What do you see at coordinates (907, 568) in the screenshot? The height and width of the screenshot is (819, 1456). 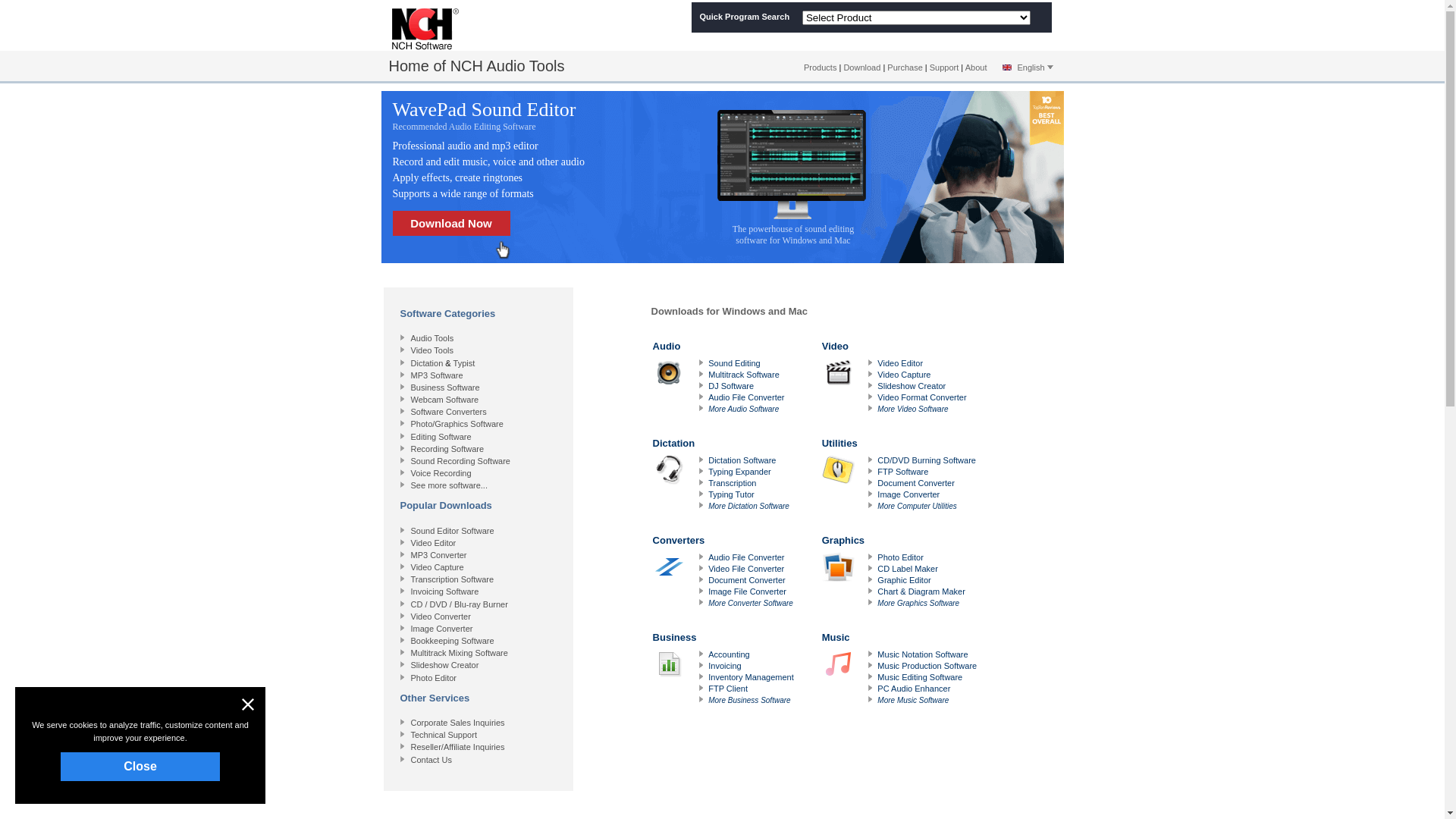 I see `'CD Label Maker'` at bounding box center [907, 568].